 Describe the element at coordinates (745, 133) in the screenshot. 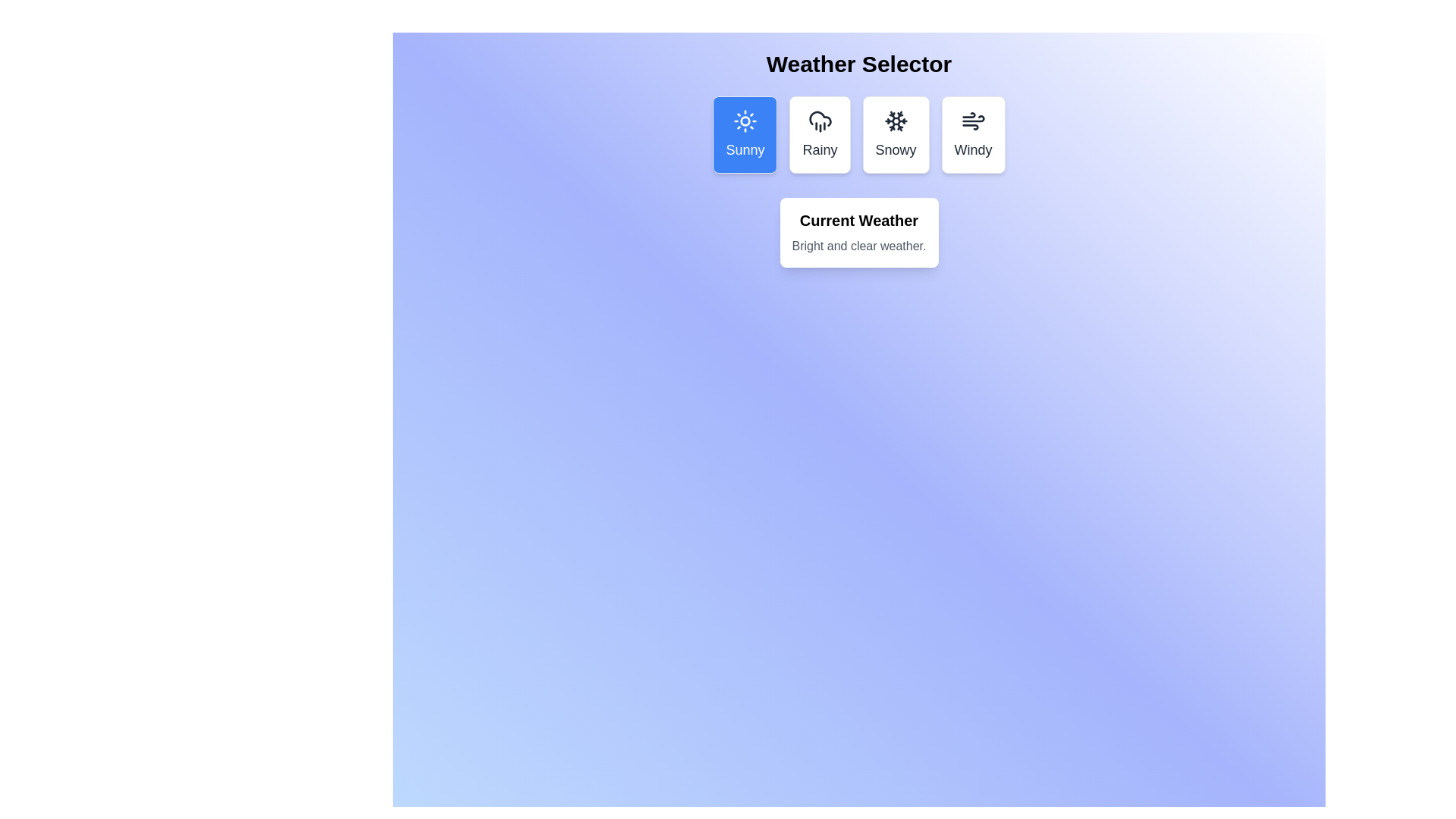

I see `the weather option Sunny to observe its hover effect` at that location.